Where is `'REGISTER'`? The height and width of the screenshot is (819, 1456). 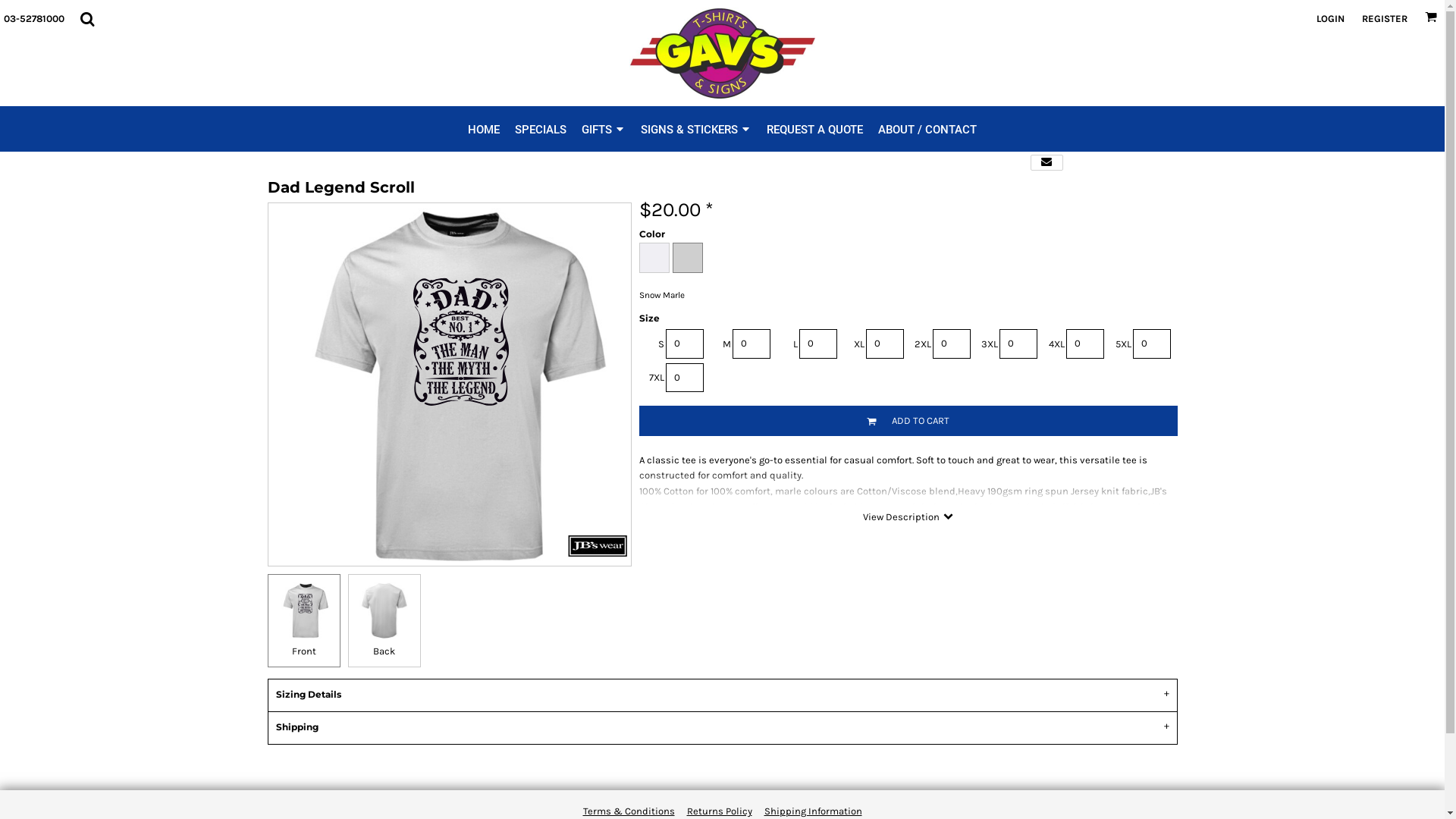
'REGISTER' is located at coordinates (1384, 18).